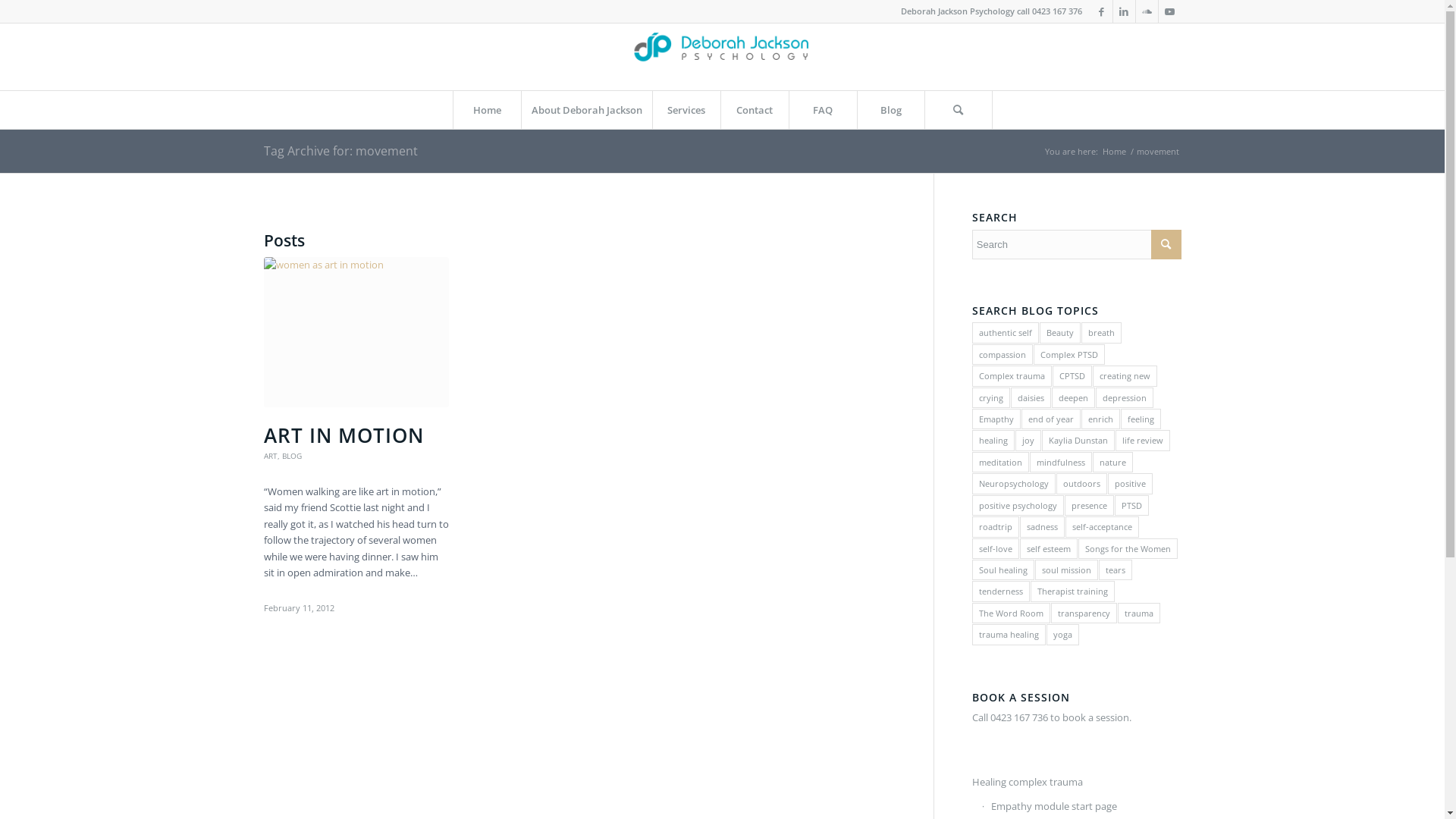 Image resolution: width=1456 pixels, height=819 pixels. What do you see at coordinates (1124, 11) in the screenshot?
I see `'LinkedIn'` at bounding box center [1124, 11].